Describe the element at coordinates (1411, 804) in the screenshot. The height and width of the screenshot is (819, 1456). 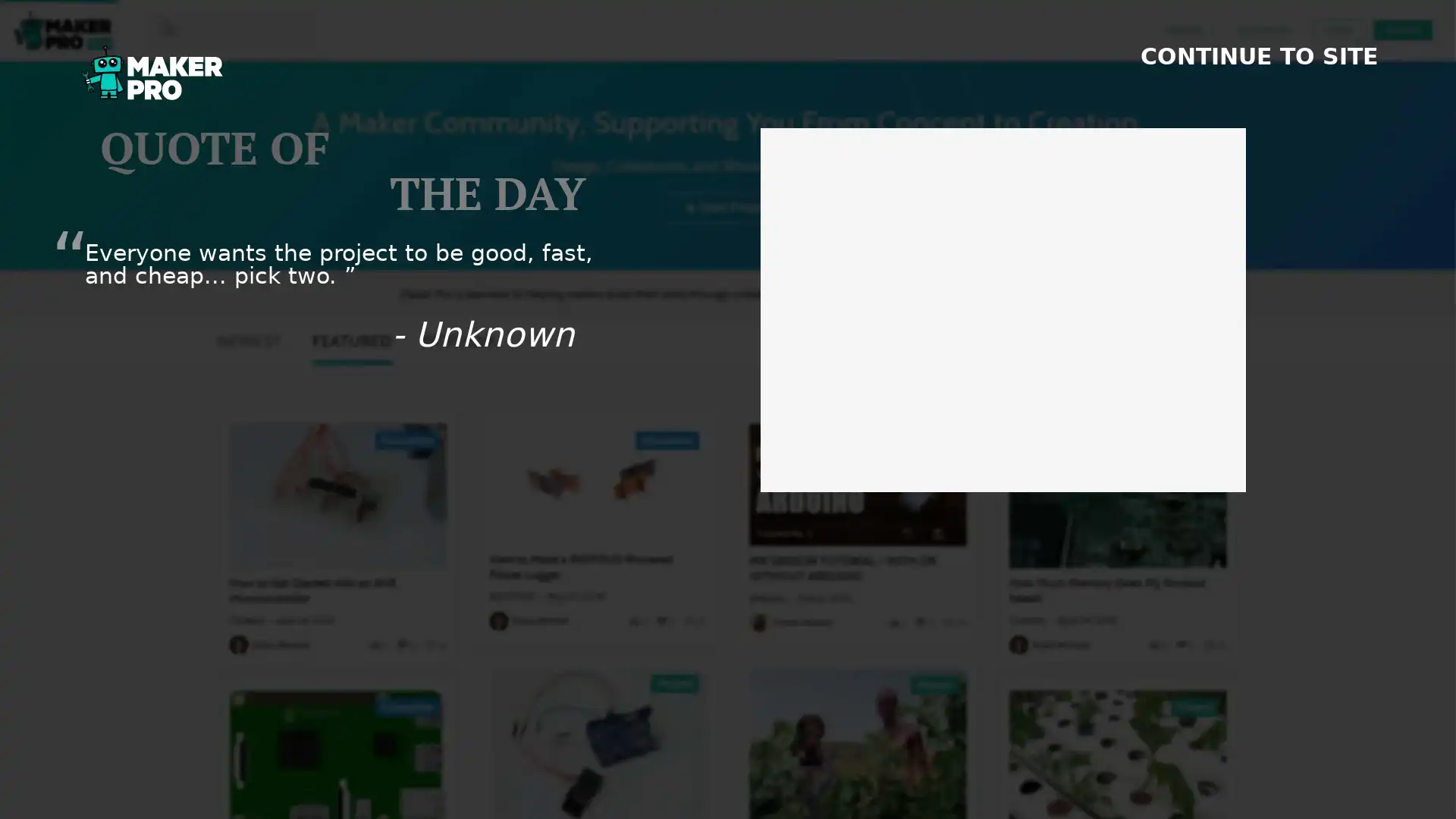
I see `SHOW FOOTER` at that location.